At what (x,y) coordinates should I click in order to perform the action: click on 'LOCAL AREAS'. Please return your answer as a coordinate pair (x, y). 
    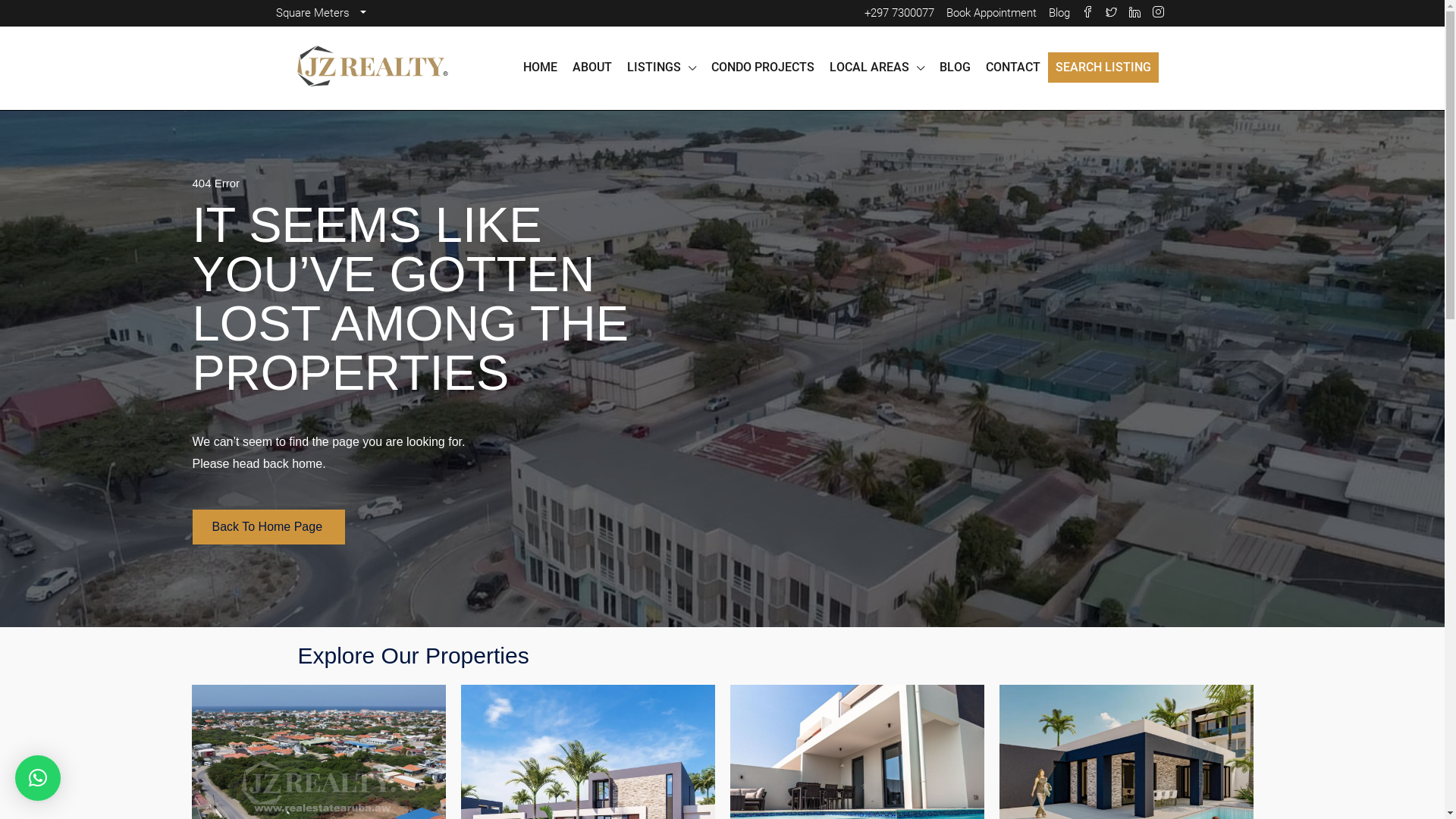
    Looking at the image, I should click on (821, 67).